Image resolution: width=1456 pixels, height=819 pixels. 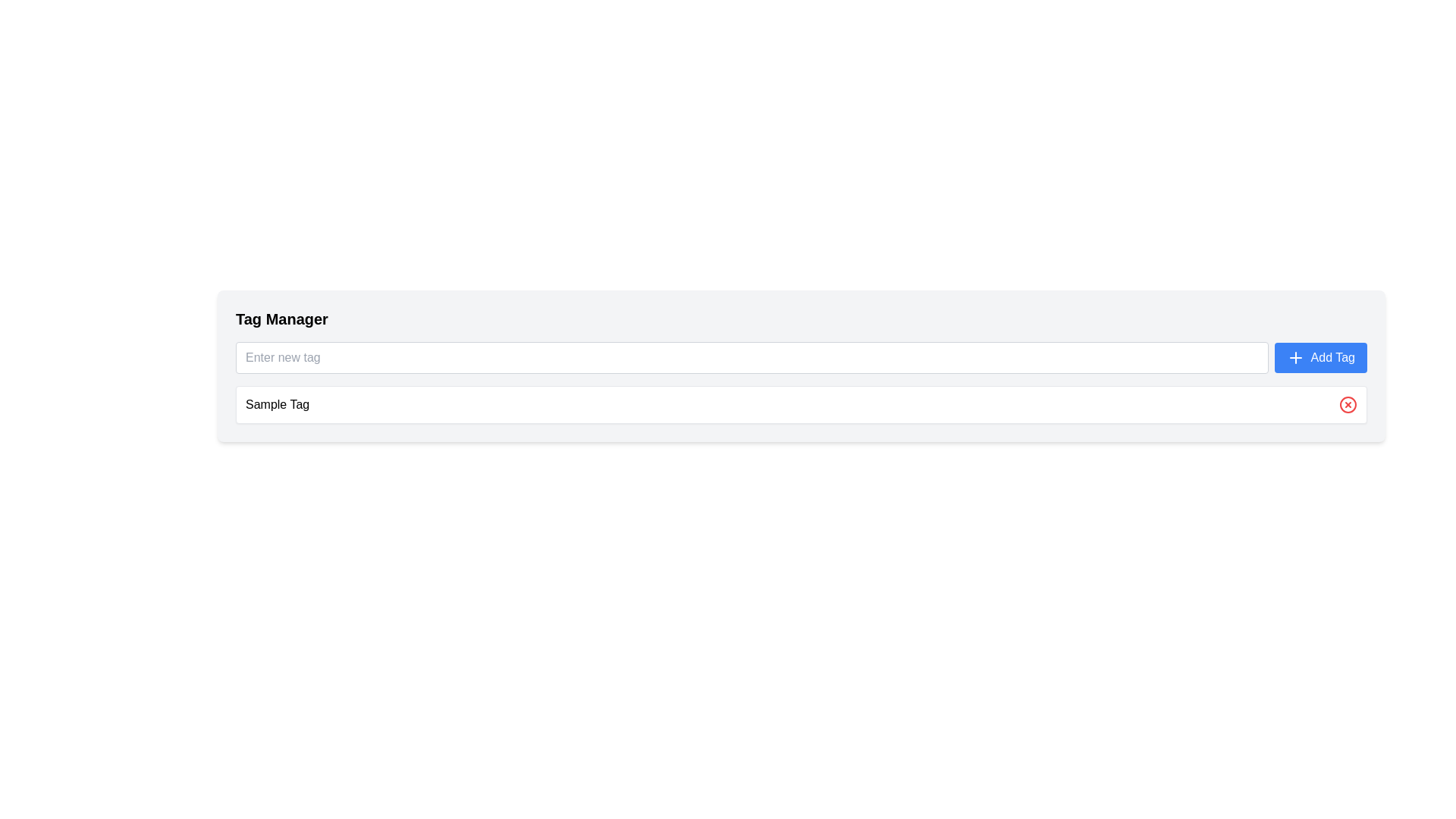 What do you see at coordinates (1319, 357) in the screenshot?
I see `the button on the right side of the horizontal input field in the tag management interface` at bounding box center [1319, 357].